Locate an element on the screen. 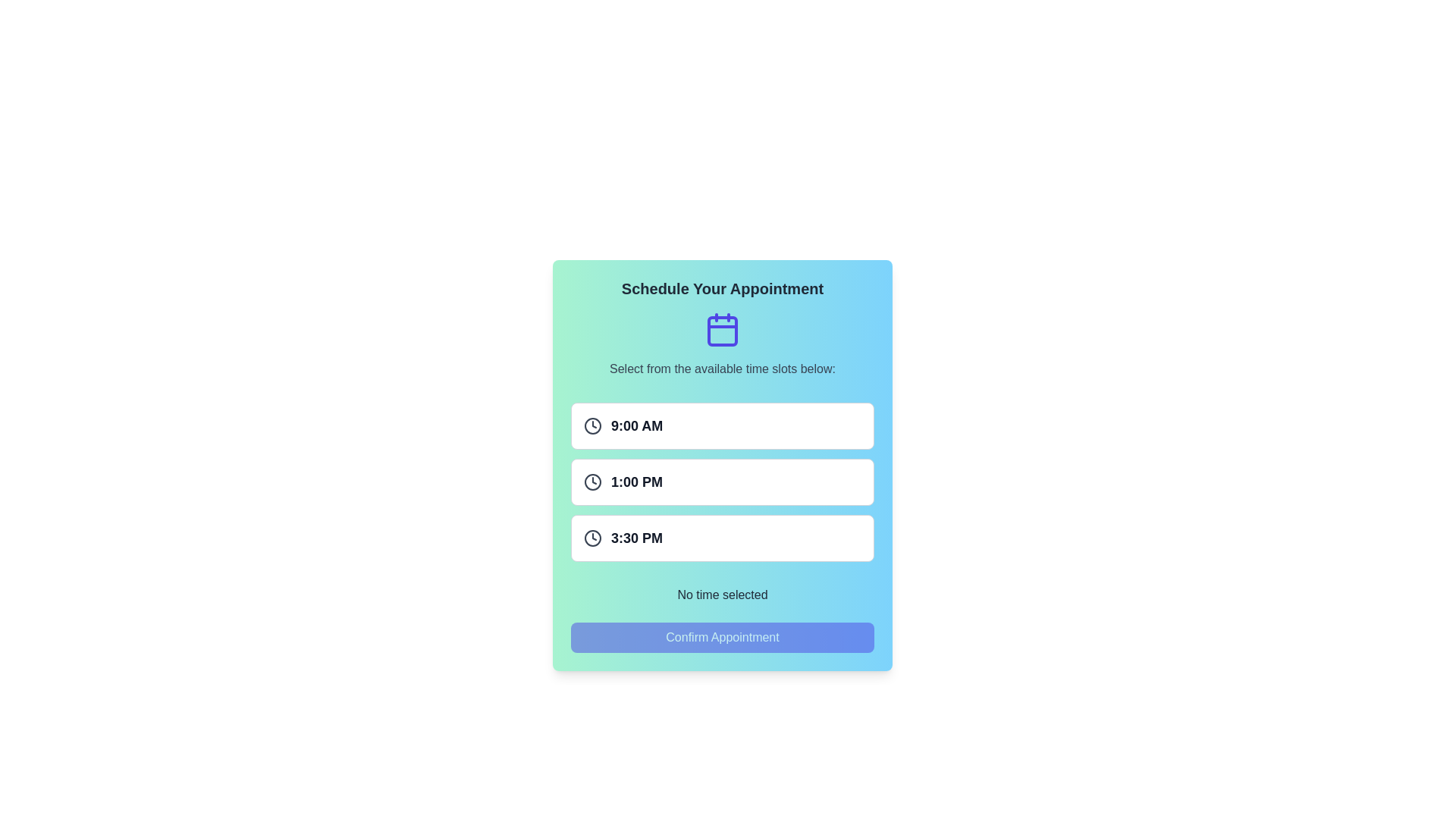  the text label indicating the time slot '1:00 PM', which is located between the '9:00 AM' and '3:30 PM' time slots in the vertically arranged time slot list is located at coordinates (637, 482).